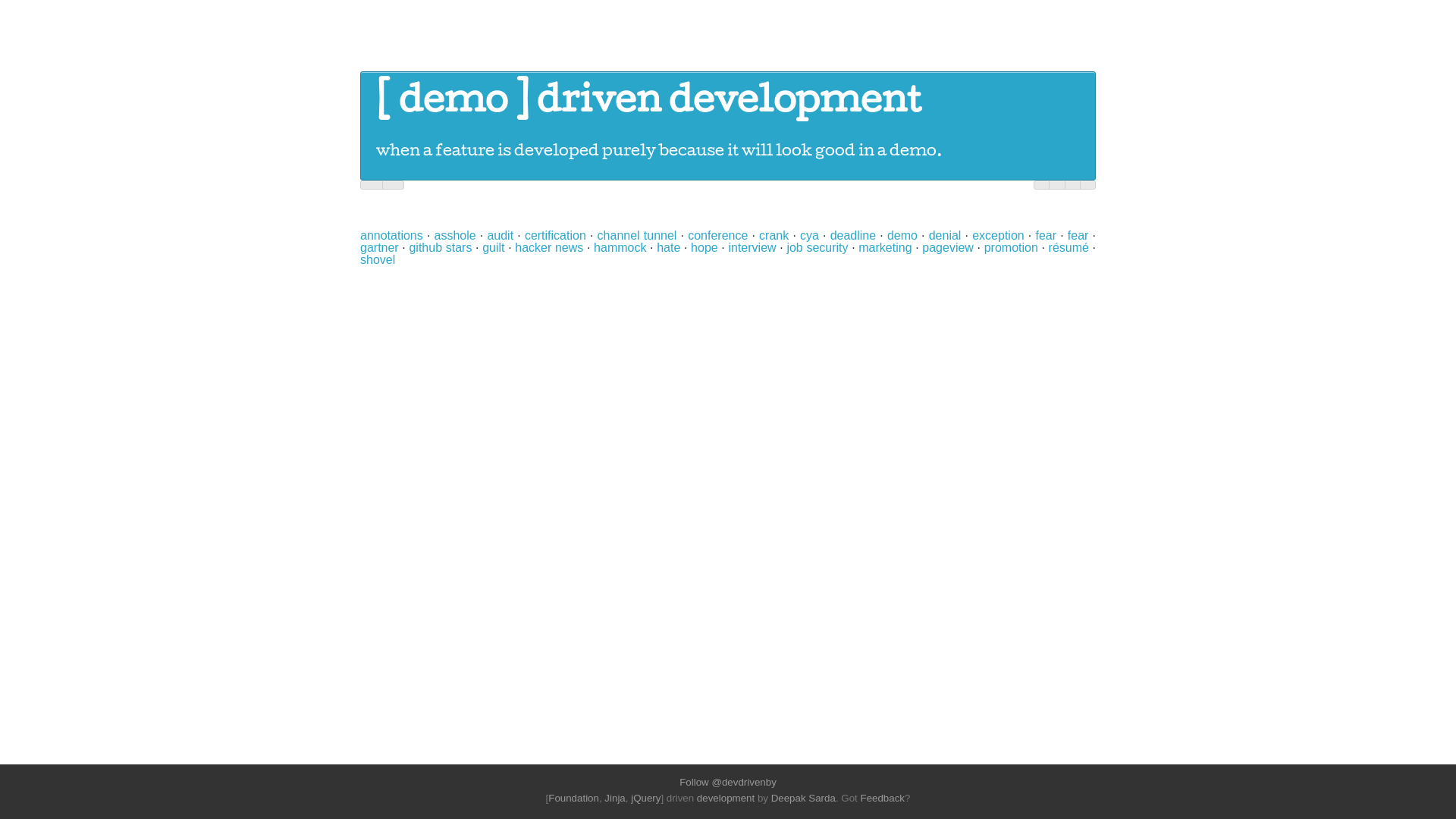  What do you see at coordinates (816, 246) in the screenshot?
I see `'job security'` at bounding box center [816, 246].